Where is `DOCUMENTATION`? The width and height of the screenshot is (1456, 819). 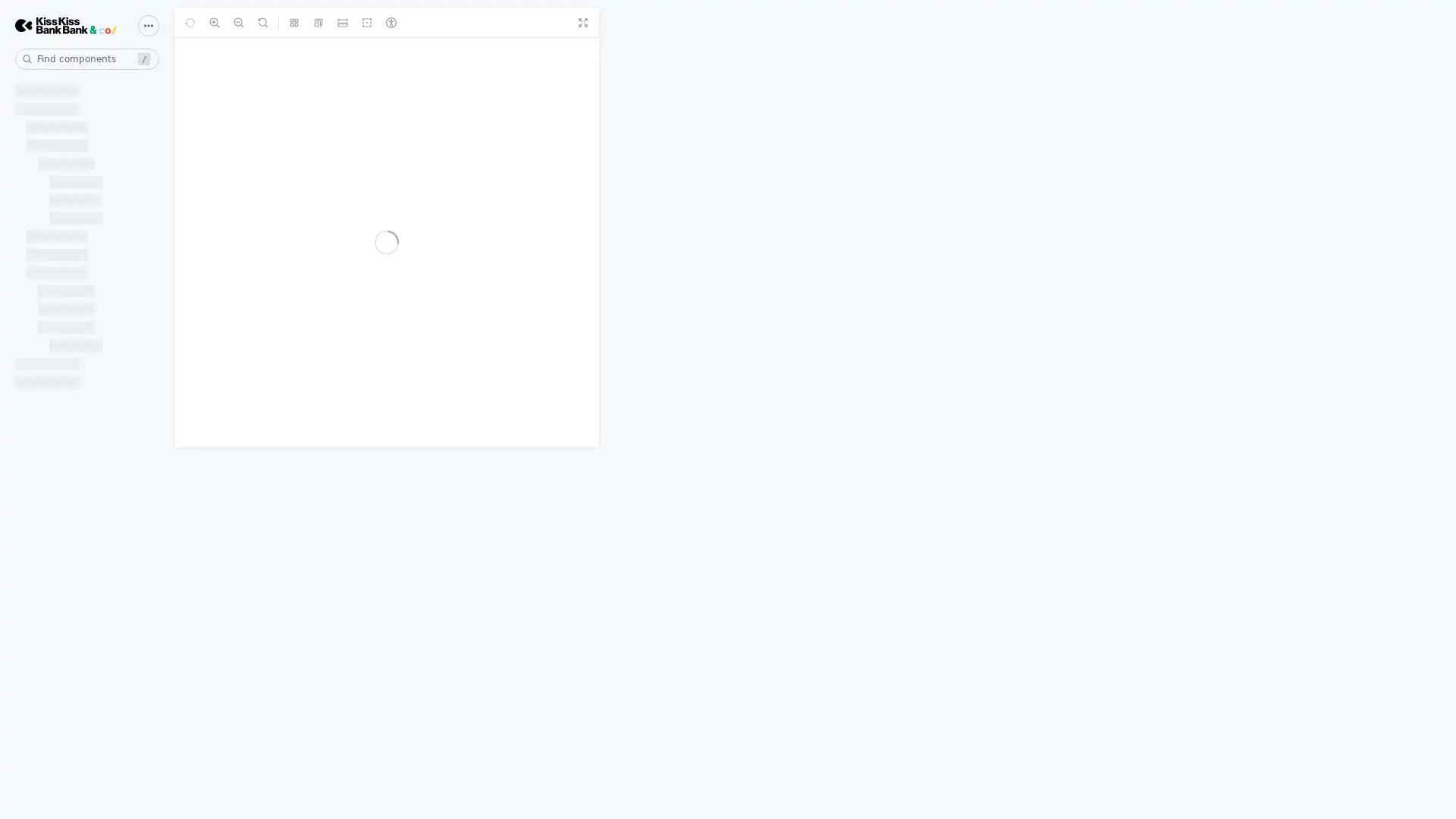 DOCUMENTATION is located at coordinates (71, 89).